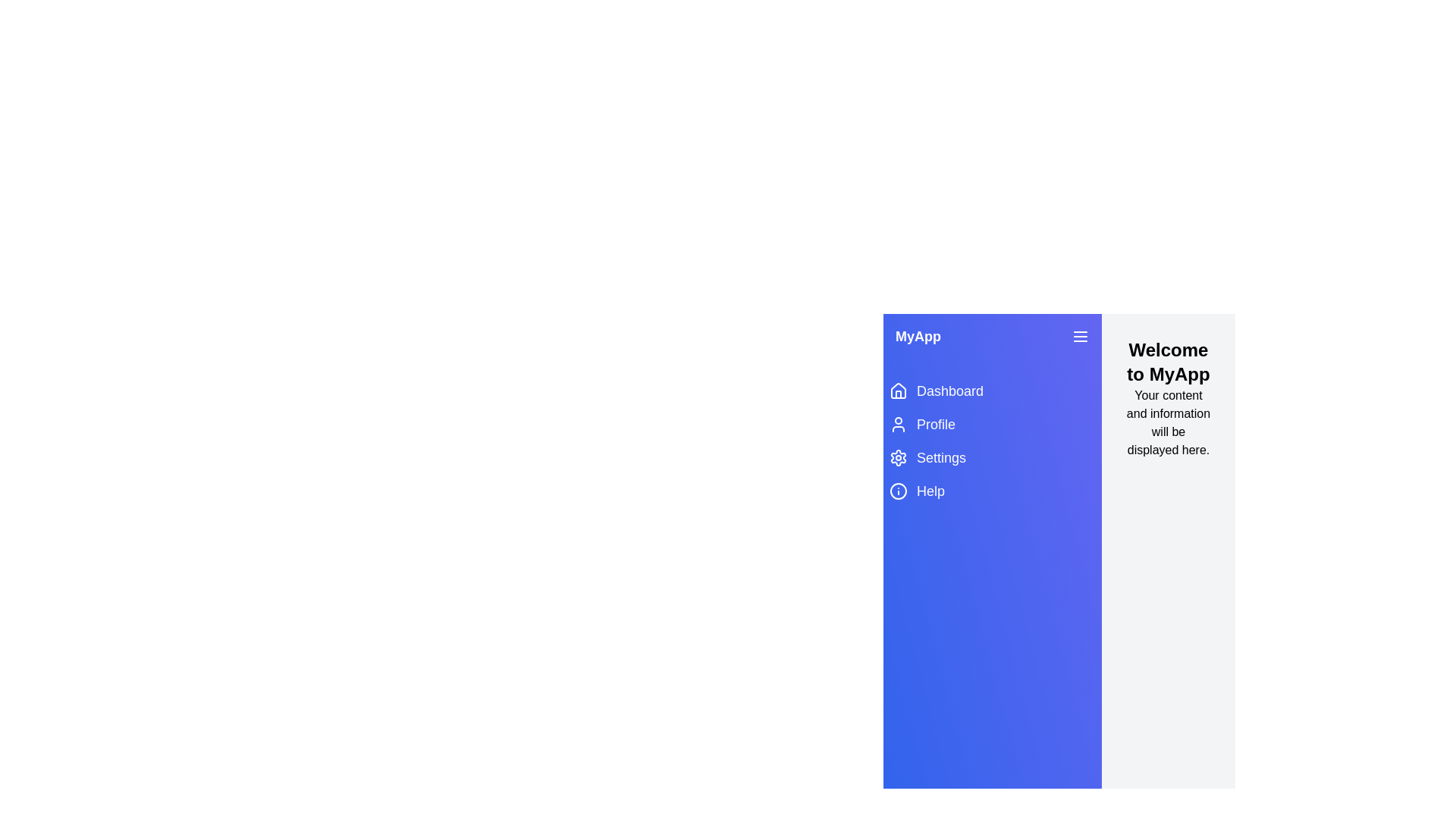 The height and width of the screenshot is (819, 1456). What do you see at coordinates (993, 457) in the screenshot?
I see `the menu item labeled Settings` at bounding box center [993, 457].